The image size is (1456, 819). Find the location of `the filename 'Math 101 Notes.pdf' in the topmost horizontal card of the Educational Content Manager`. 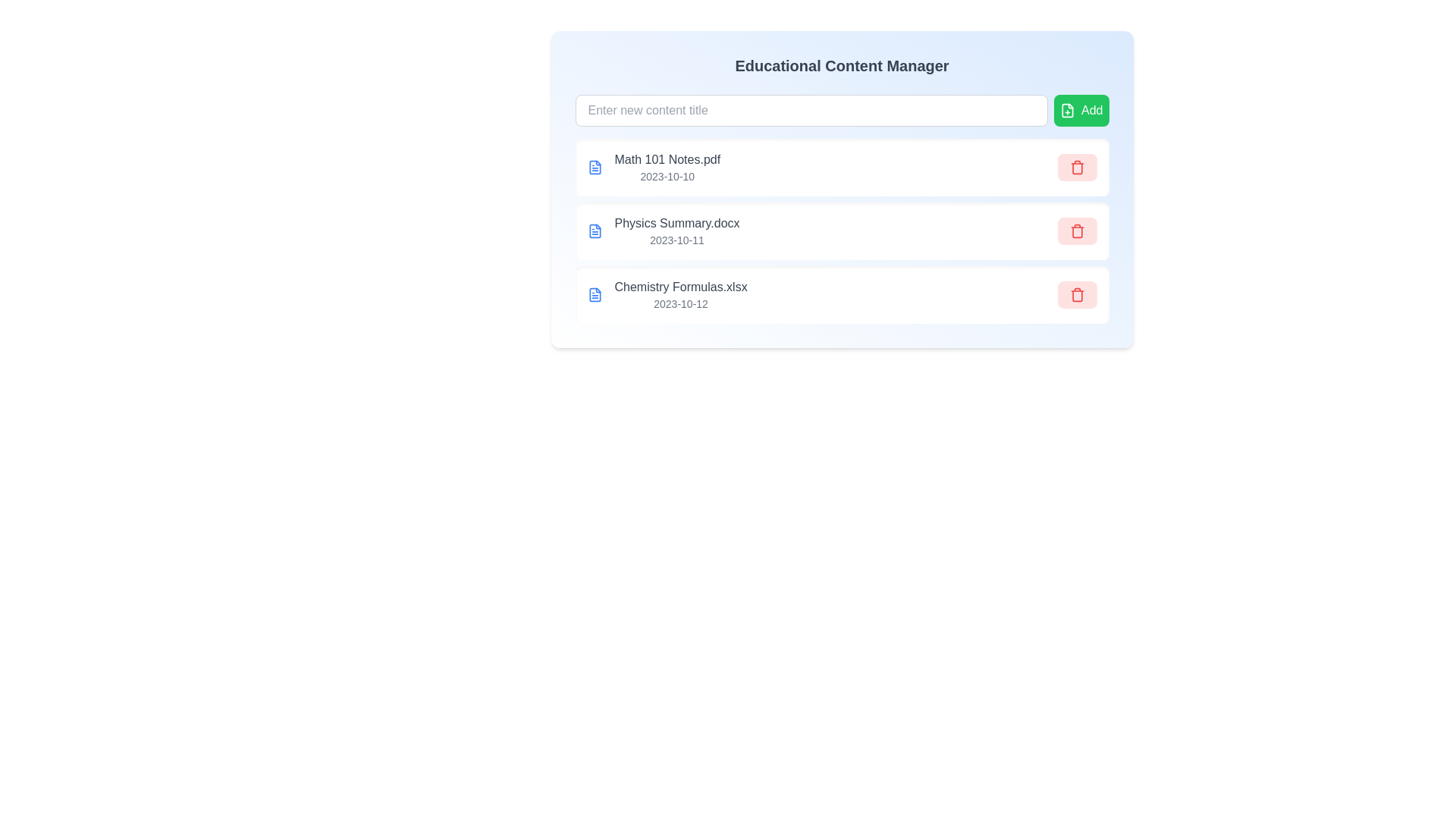

the filename 'Math 101 Notes.pdf' in the topmost horizontal card of the Educational Content Manager is located at coordinates (841, 189).